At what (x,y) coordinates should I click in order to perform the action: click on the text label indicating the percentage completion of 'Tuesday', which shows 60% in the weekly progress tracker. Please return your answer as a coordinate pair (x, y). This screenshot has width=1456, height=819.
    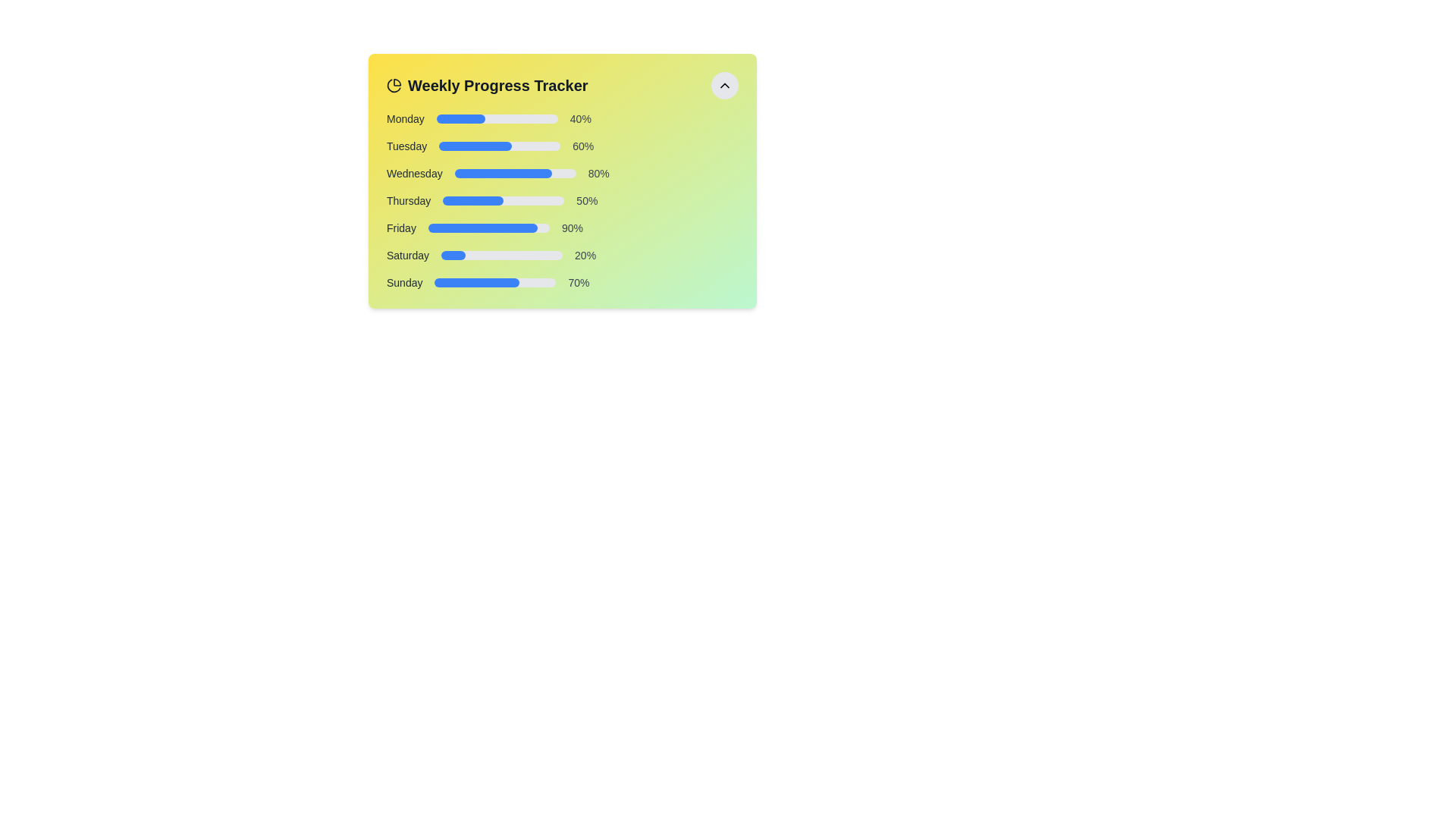
    Looking at the image, I should click on (582, 146).